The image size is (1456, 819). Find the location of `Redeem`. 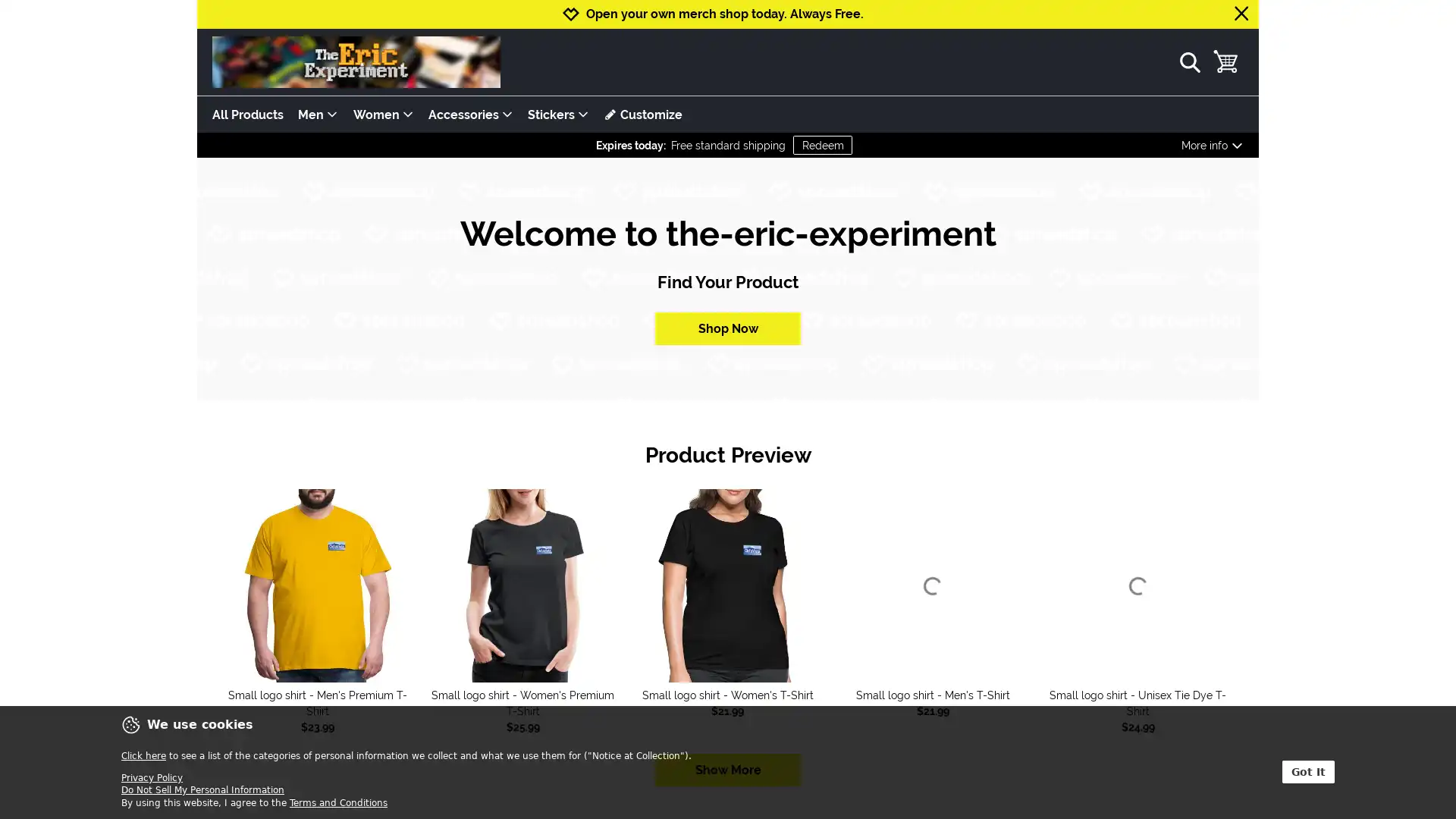

Redeem is located at coordinates (821, 145).